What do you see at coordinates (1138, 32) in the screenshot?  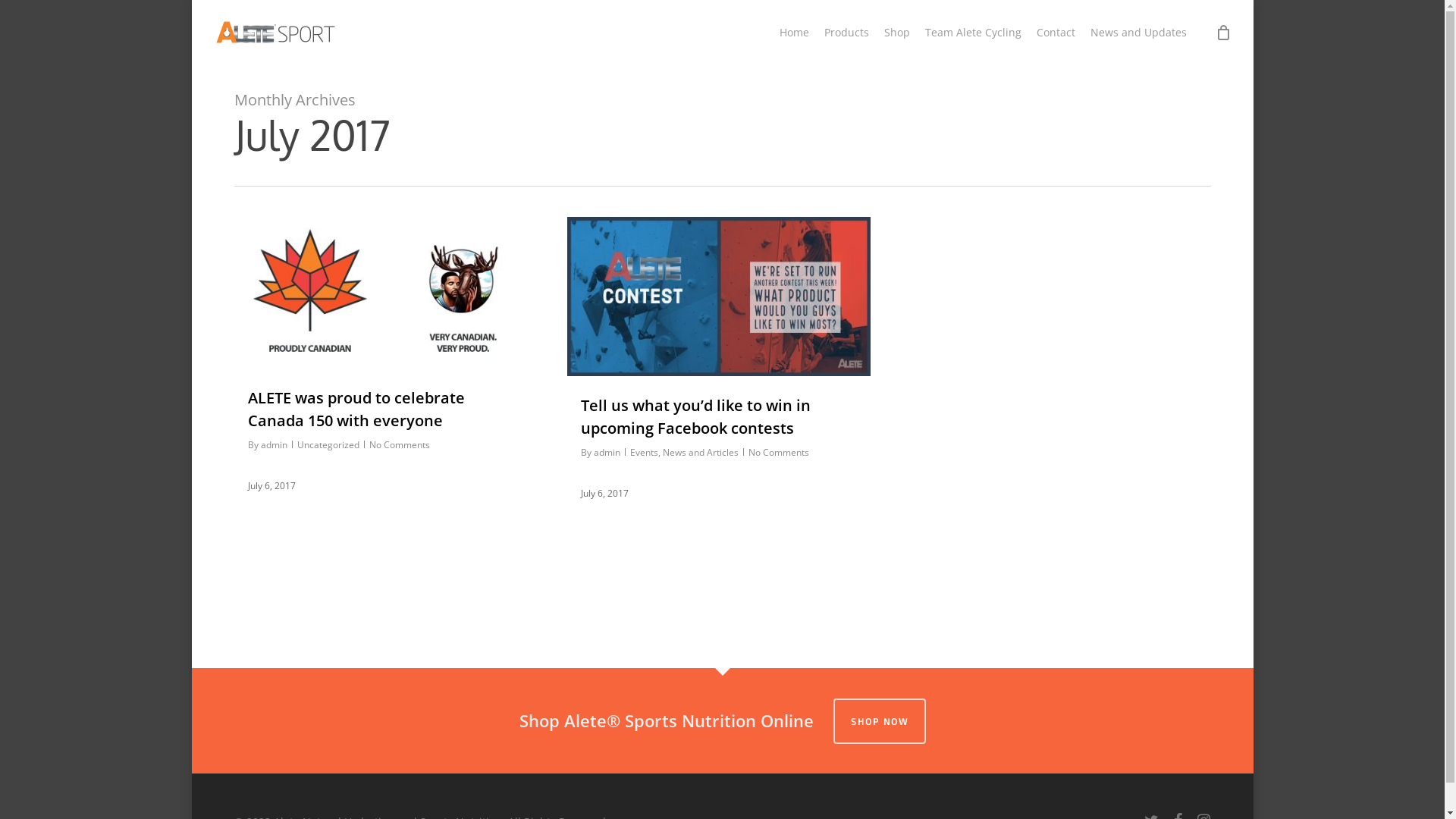 I see `'News and Updates'` at bounding box center [1138, 32].